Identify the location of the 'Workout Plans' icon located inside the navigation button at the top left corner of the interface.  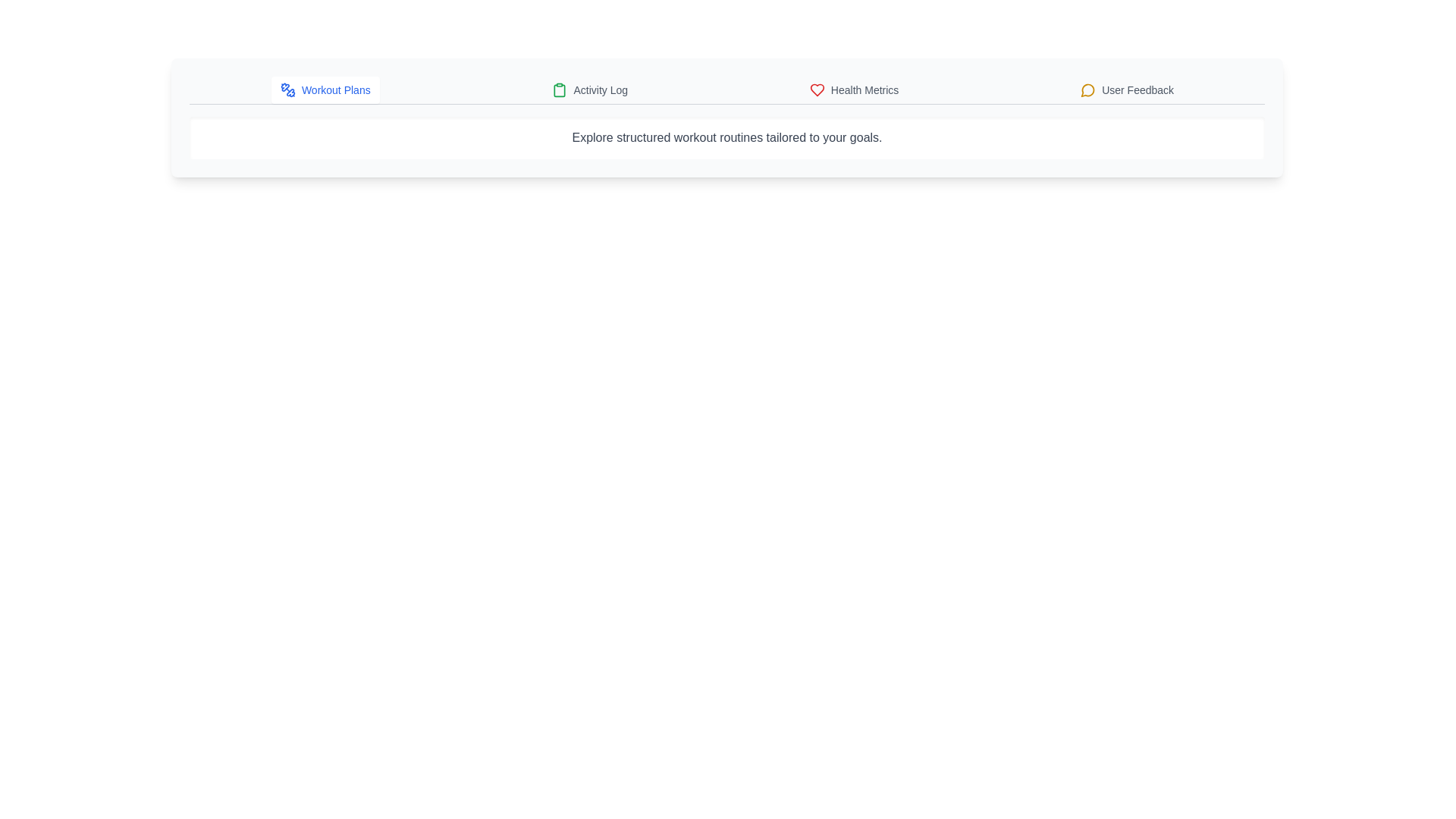
(287, 90).